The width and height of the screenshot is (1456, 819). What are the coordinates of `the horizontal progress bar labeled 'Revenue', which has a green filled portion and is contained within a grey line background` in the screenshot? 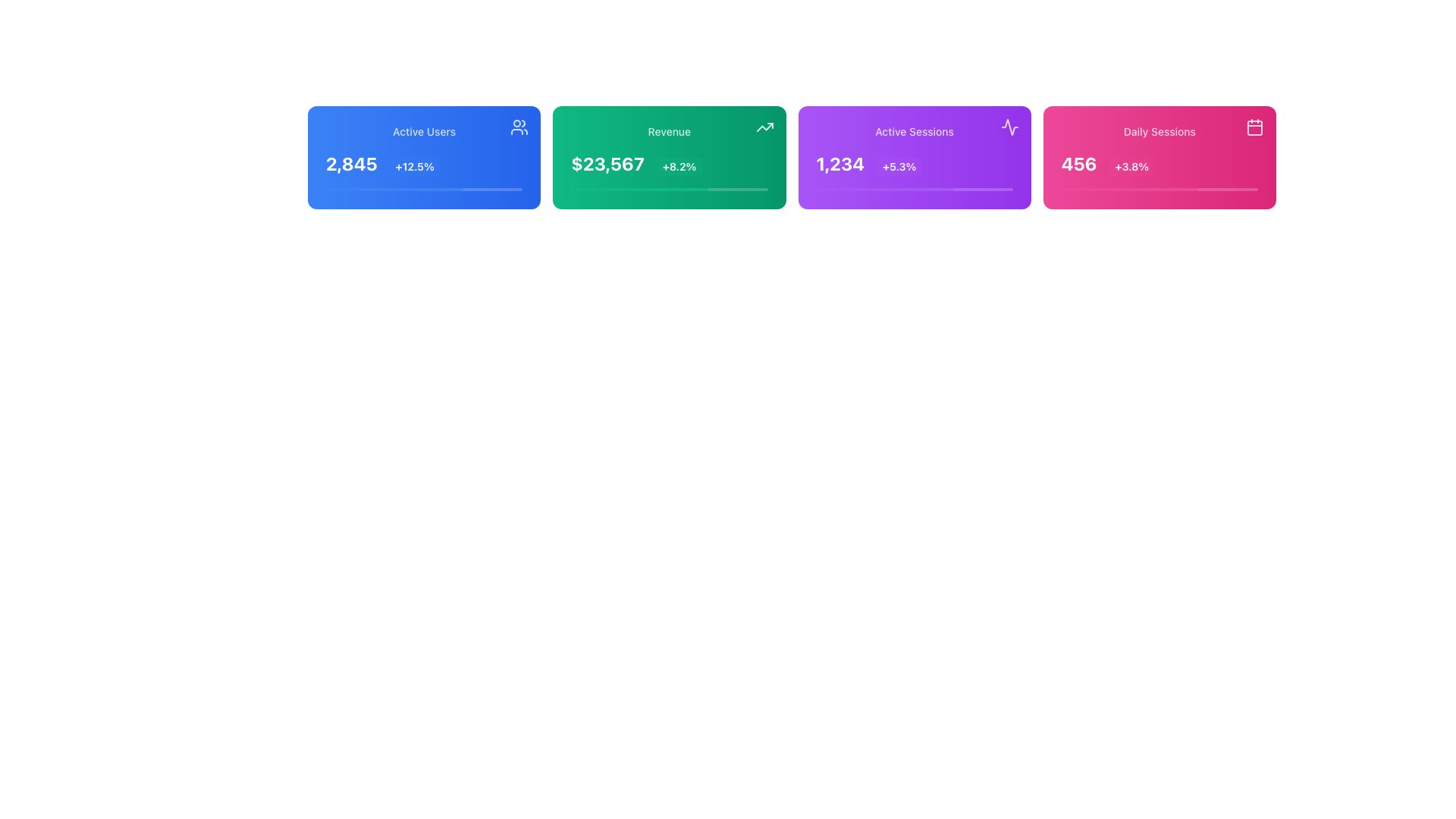 It's located at (640, 189).